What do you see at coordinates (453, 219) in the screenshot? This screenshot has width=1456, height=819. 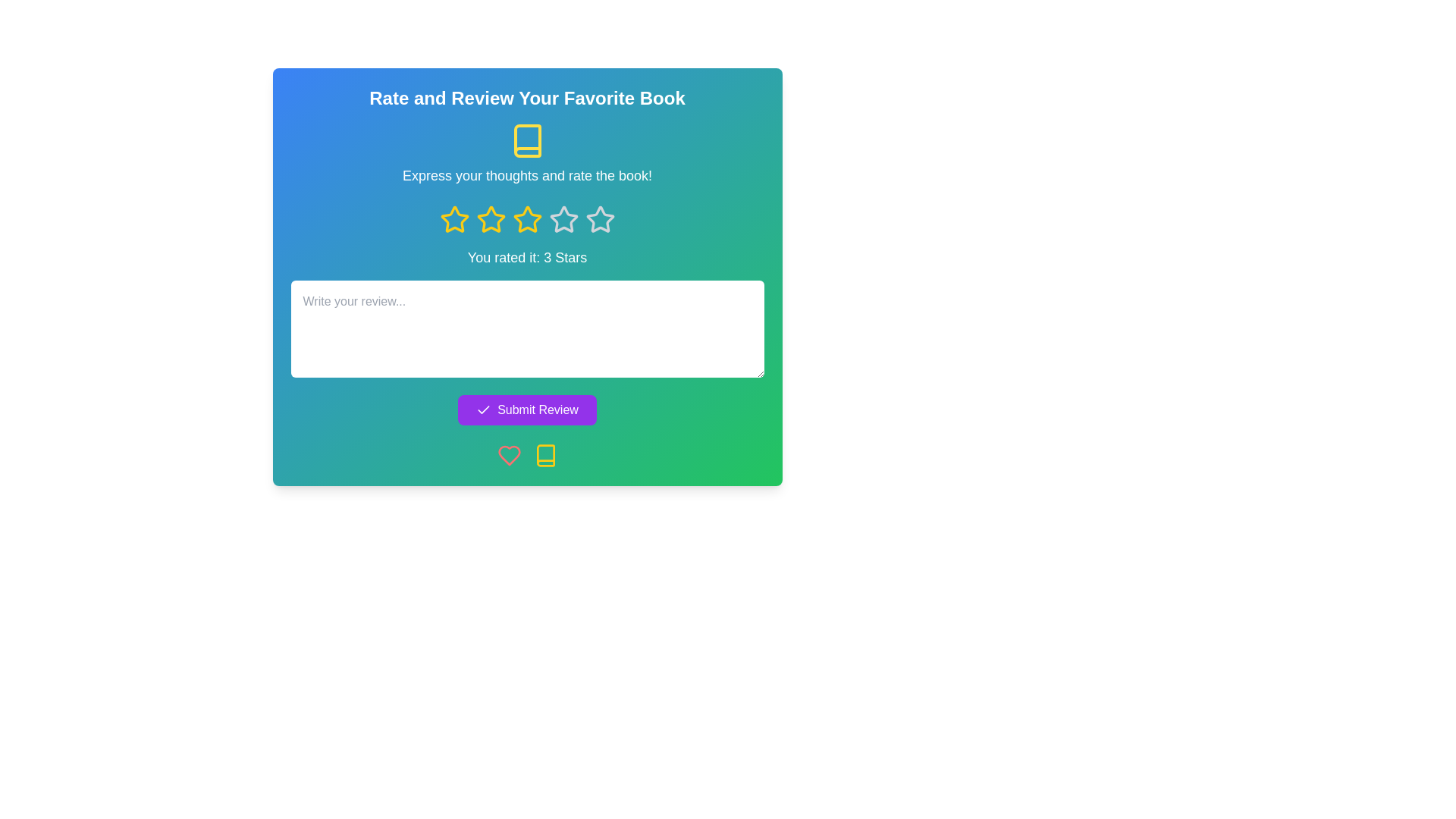 I see `the first yellow star-shaped rating icon, which is designed to represent a rating option in the middle section of the interface, positioned below the text 'Express your thoughts and rate the book!' and above 'You rated it: 3 Stars'` at bounding box center [453, 219].